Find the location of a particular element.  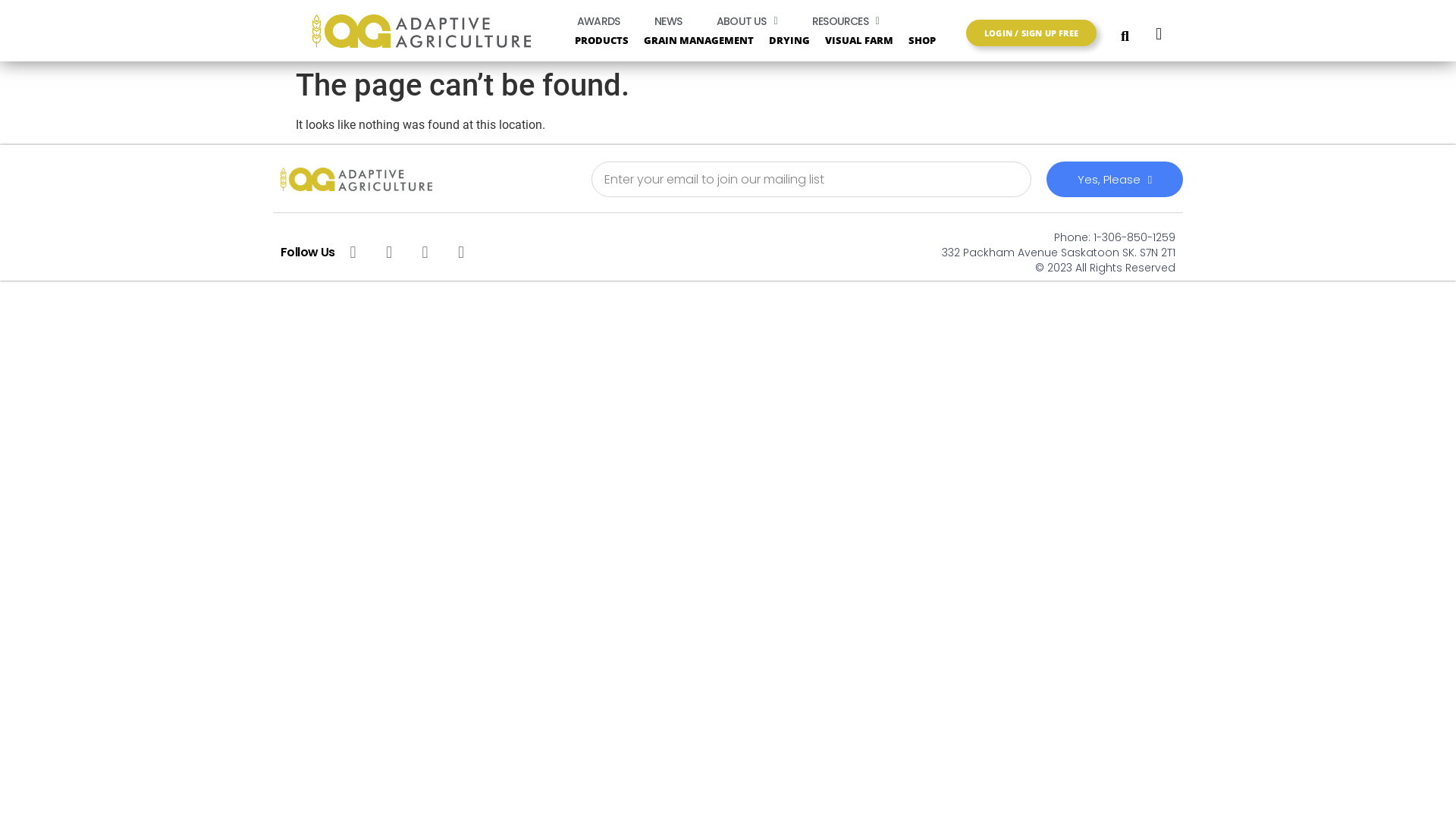

'GRAIN MANAGEMENT' is located at coordinates (698, 39).